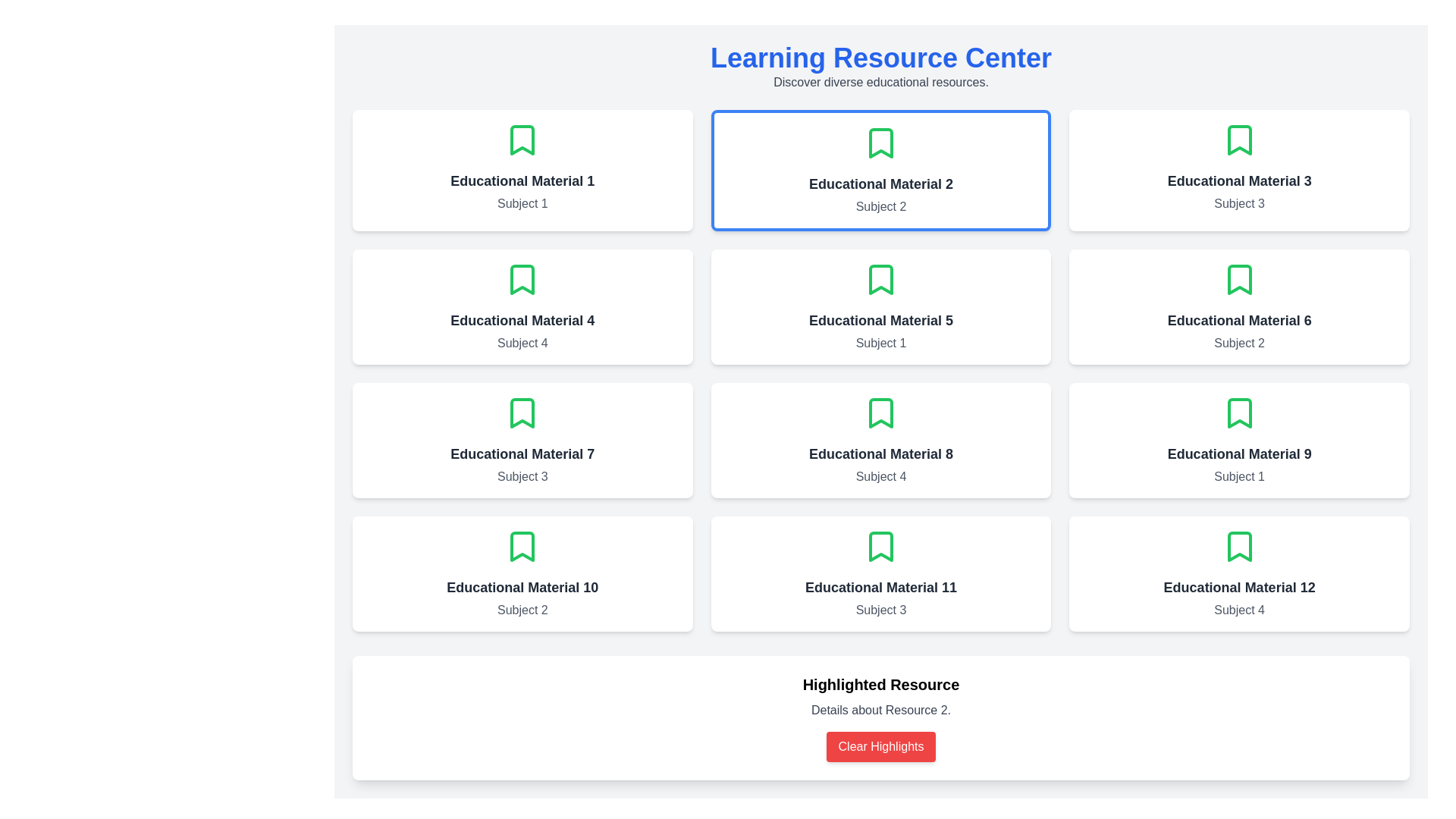  I want to click on the card labeled 'Educational Material 4' in the first column of the second row, which serves as a link, so click(522, 307).